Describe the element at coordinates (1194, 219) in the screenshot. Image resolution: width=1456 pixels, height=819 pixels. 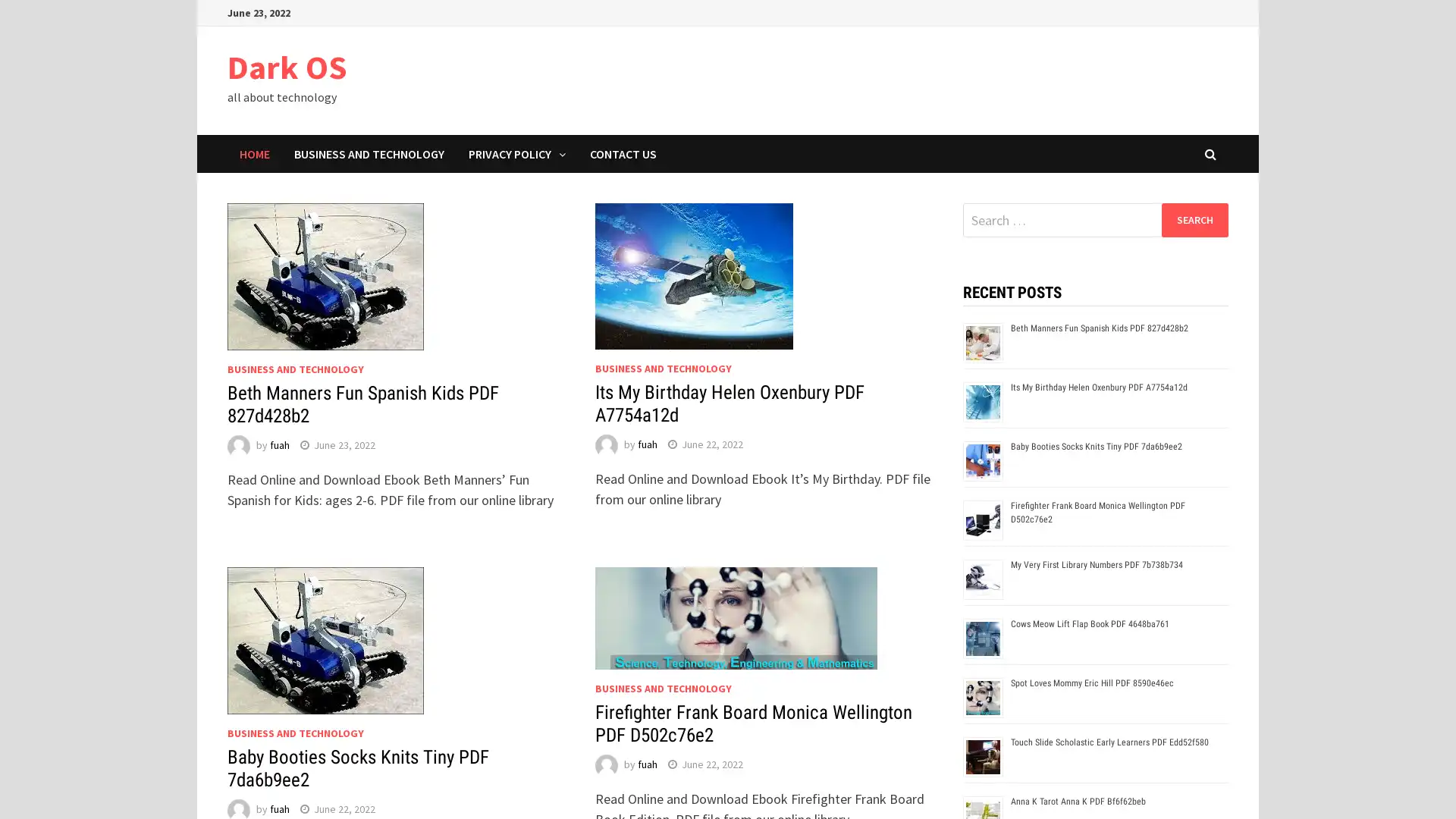
I see `Search` at that location.